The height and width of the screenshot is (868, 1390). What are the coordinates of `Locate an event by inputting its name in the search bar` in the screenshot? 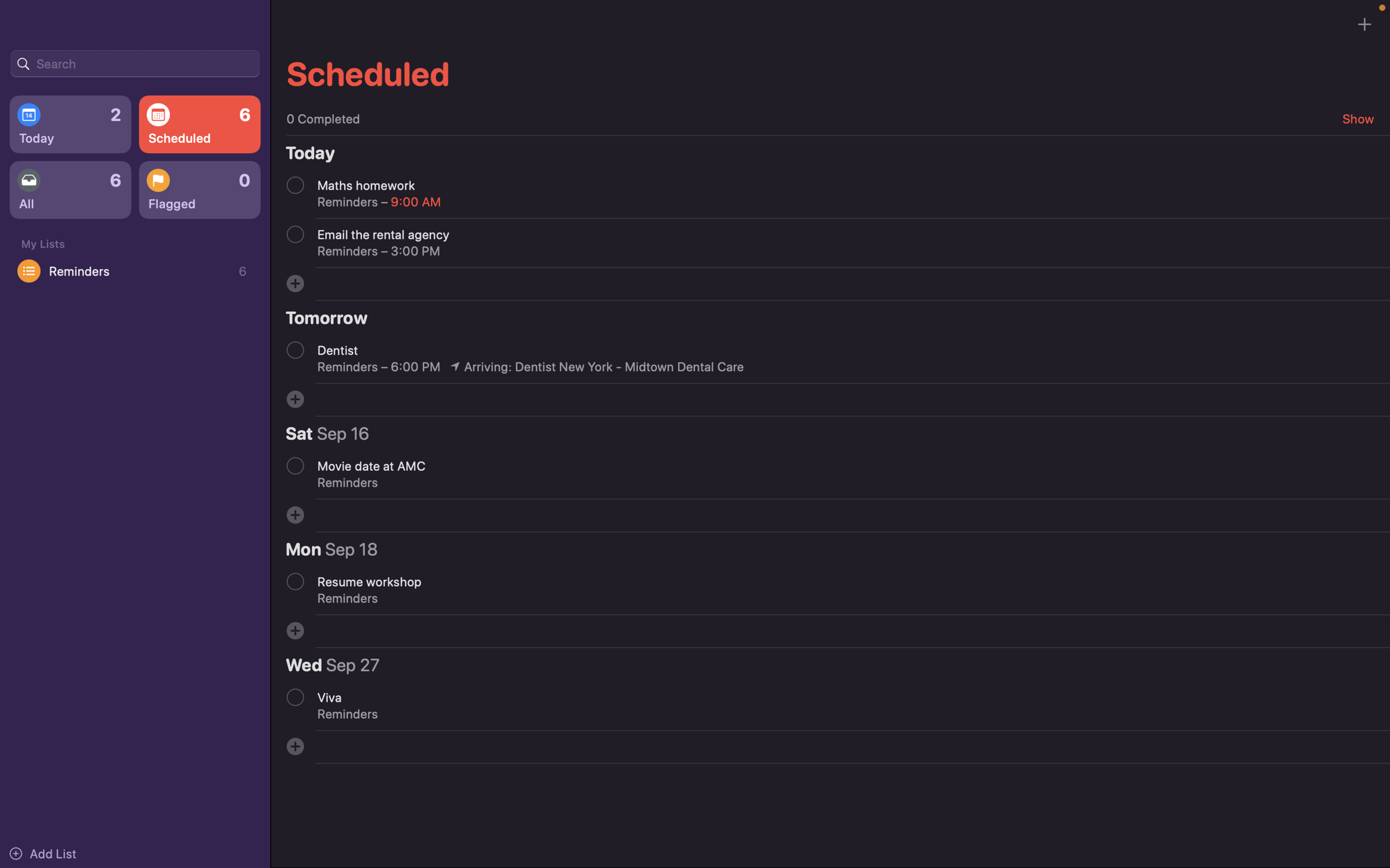 It's located at (134, 62).